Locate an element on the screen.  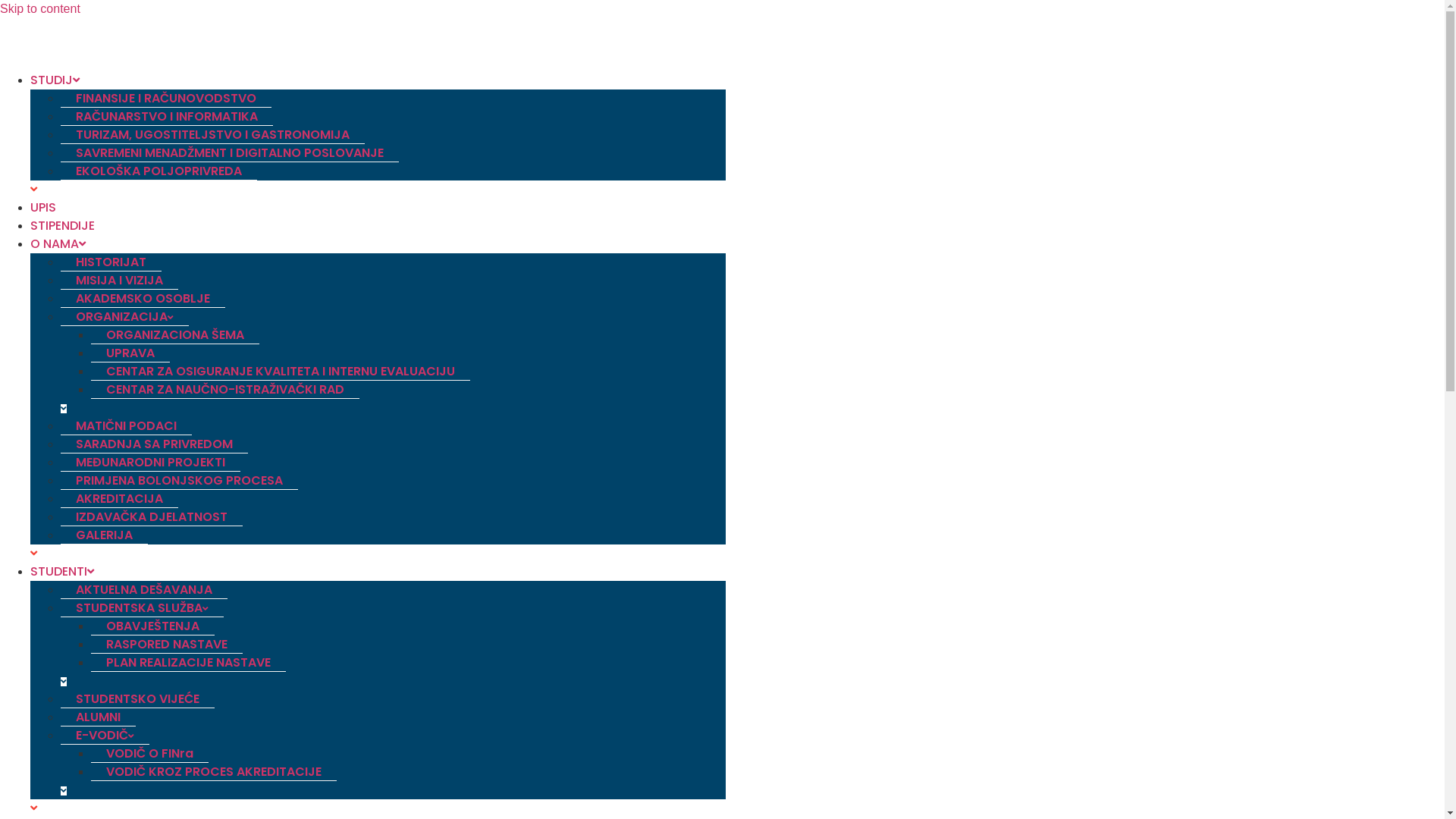
'UPIS' is located at coordinates (43, 207).